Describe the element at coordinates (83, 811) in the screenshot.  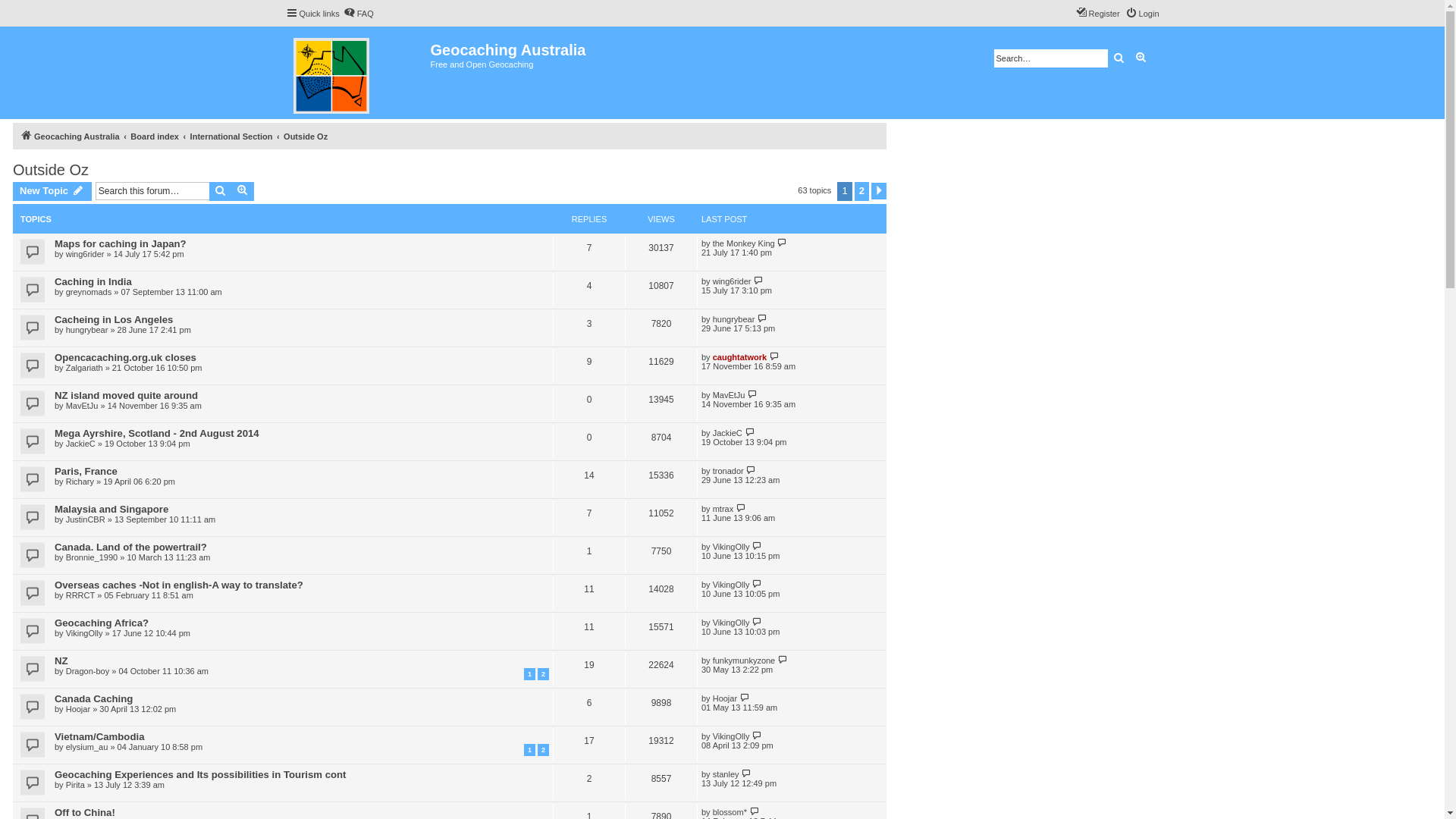
I see `'Off to China!'` at that location.